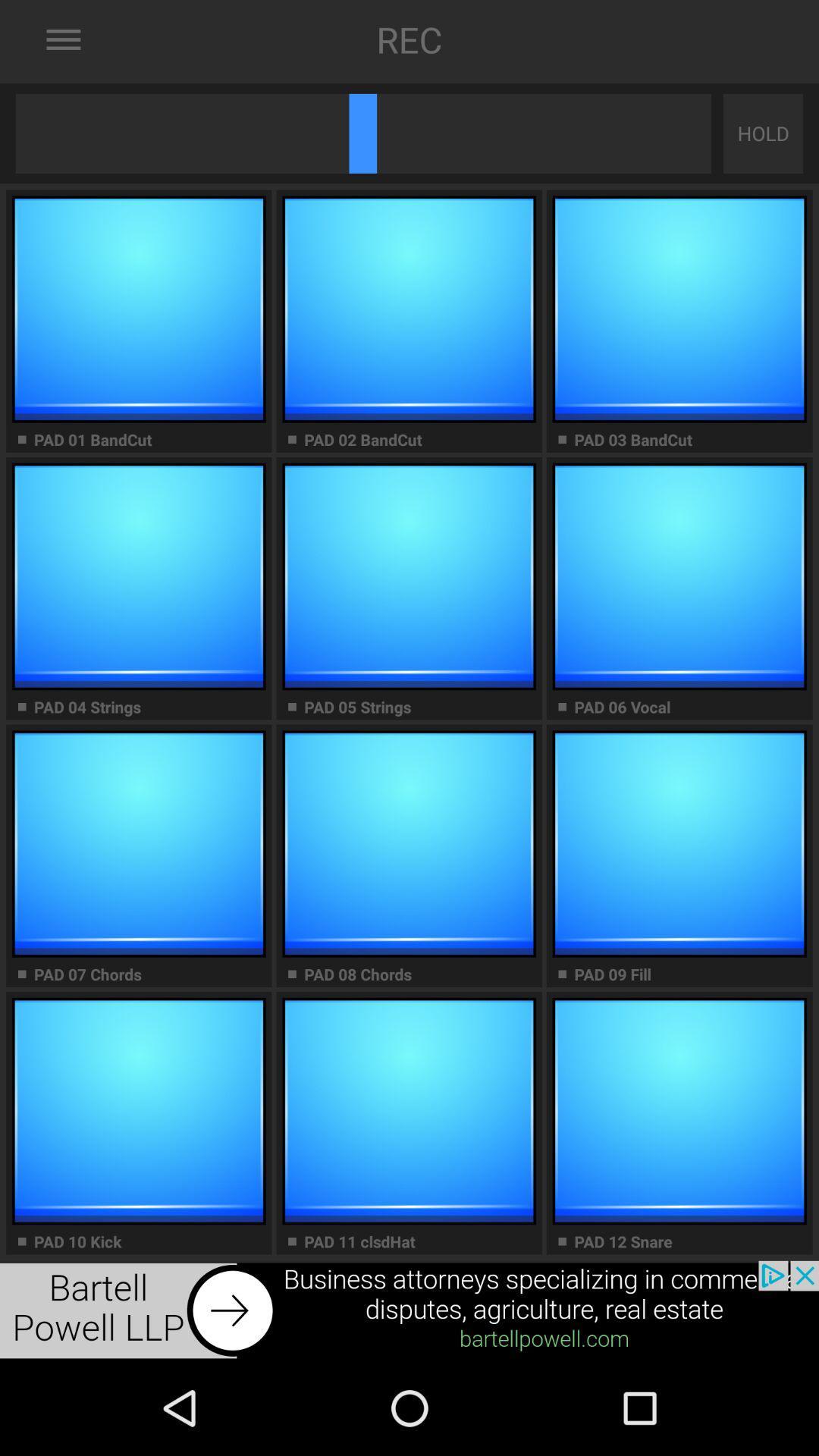 Image resolution: width=819 pixels, height=1456 pixels. I want to click on the menu icon, so click(63, 42).